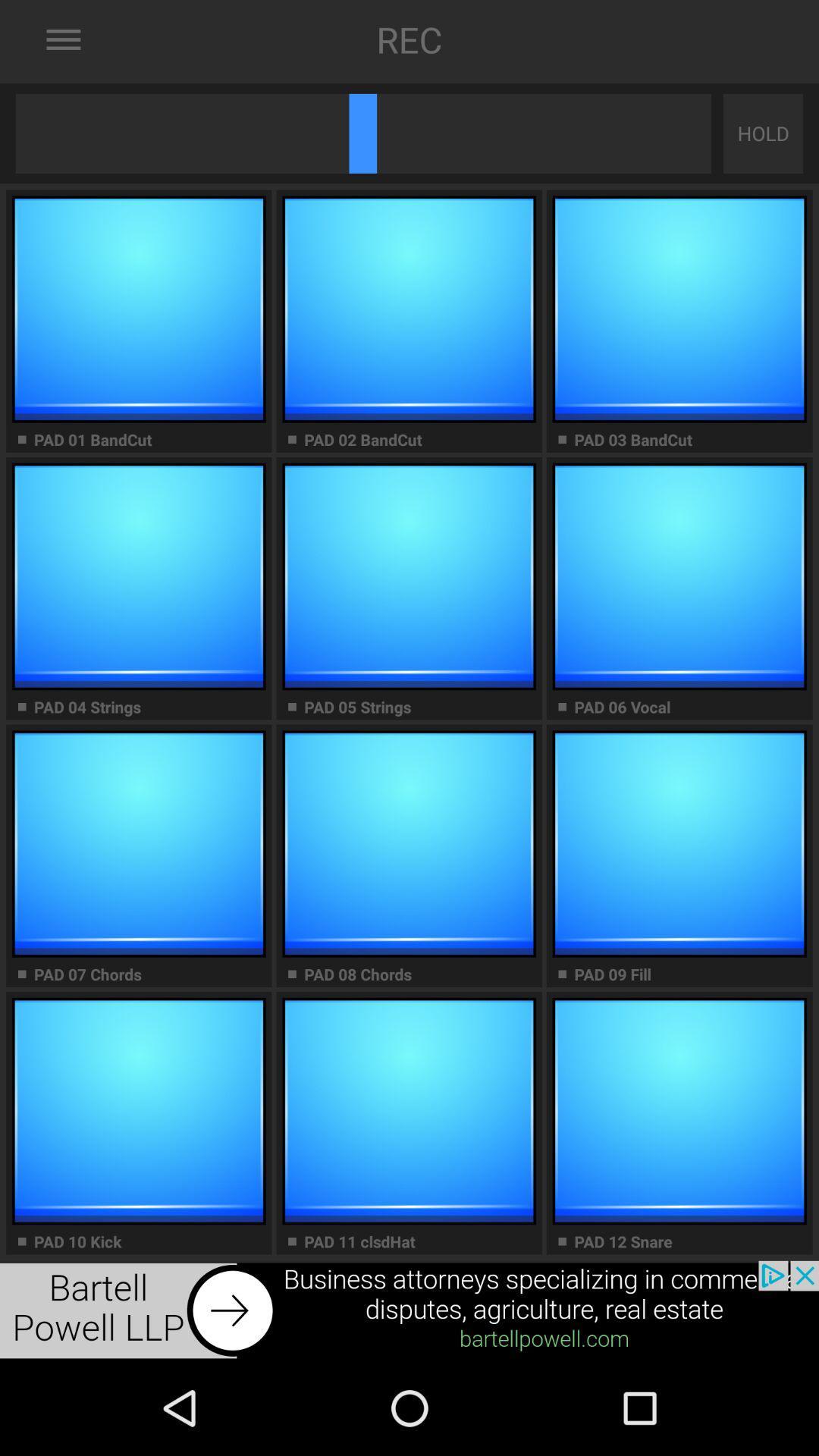 Image resolution: width=819 pixels, height=1456 pixels. I want to click on the menu icon, so click(63, 42).